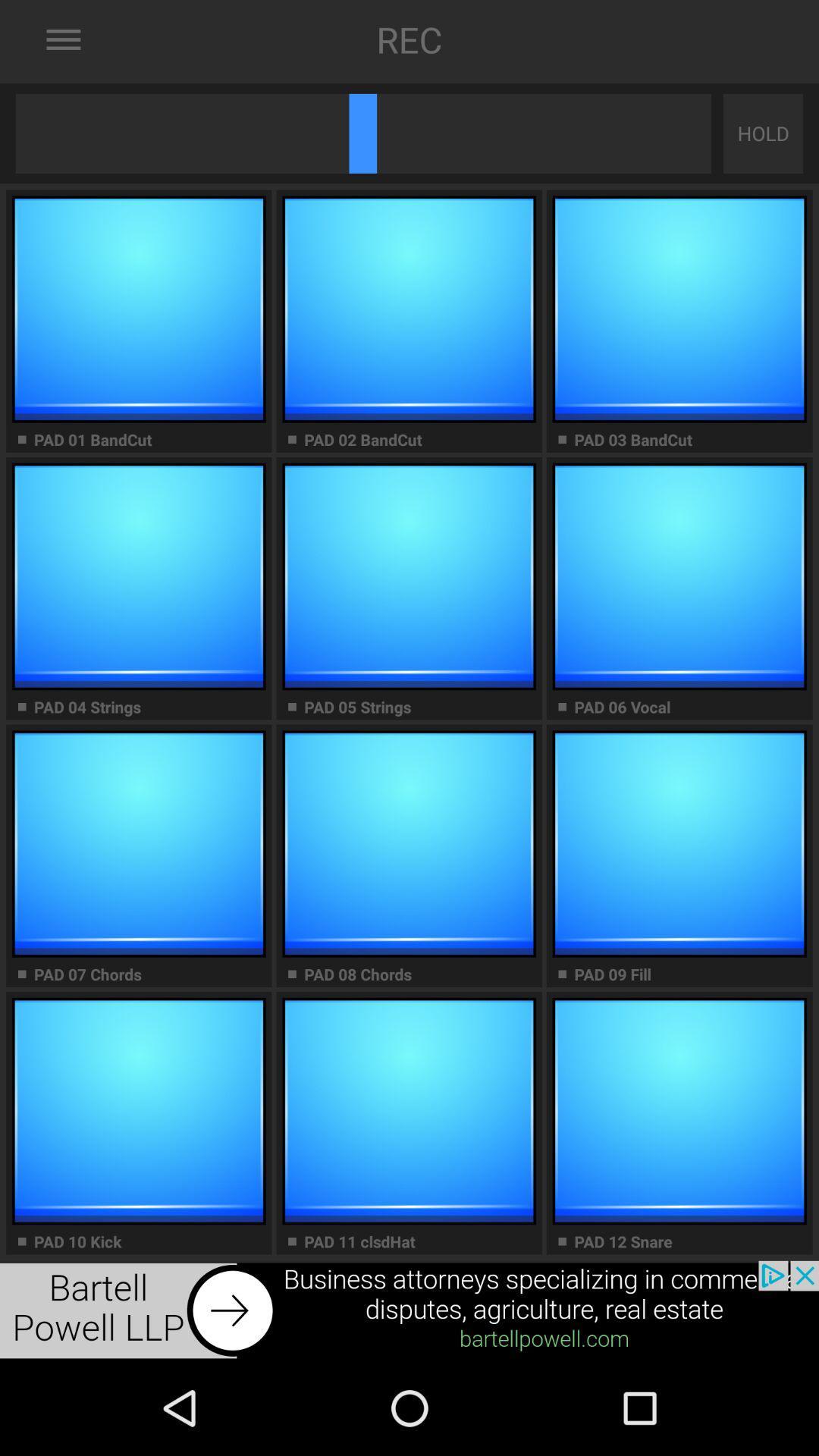 Image resolution: width=819 pixels, height=1456 pixels. I want to click on the menu icon, so click(63, 42).